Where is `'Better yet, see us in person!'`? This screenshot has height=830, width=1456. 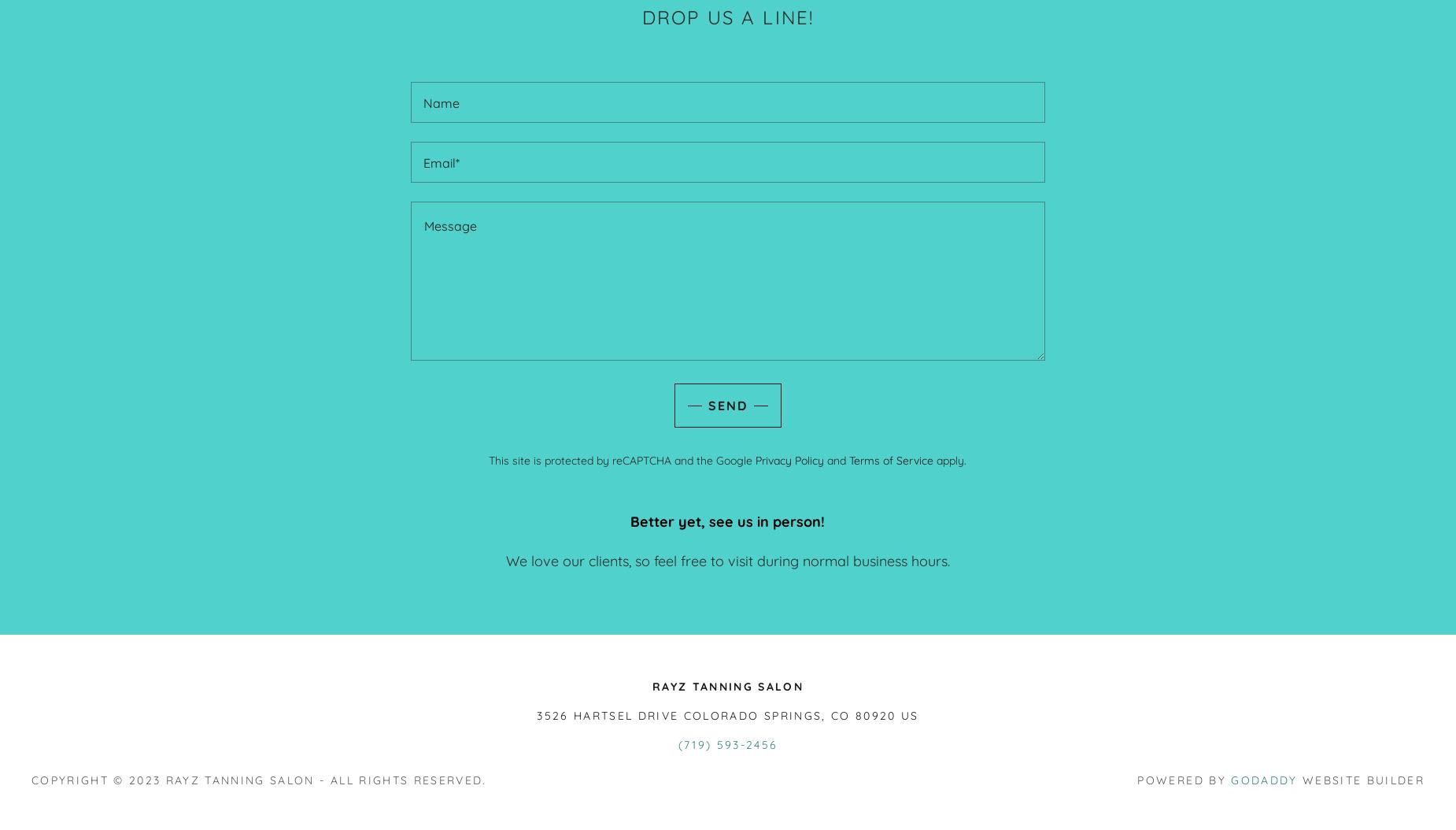
'Better yet, see us in person!' is located at coordinates (727, 521).